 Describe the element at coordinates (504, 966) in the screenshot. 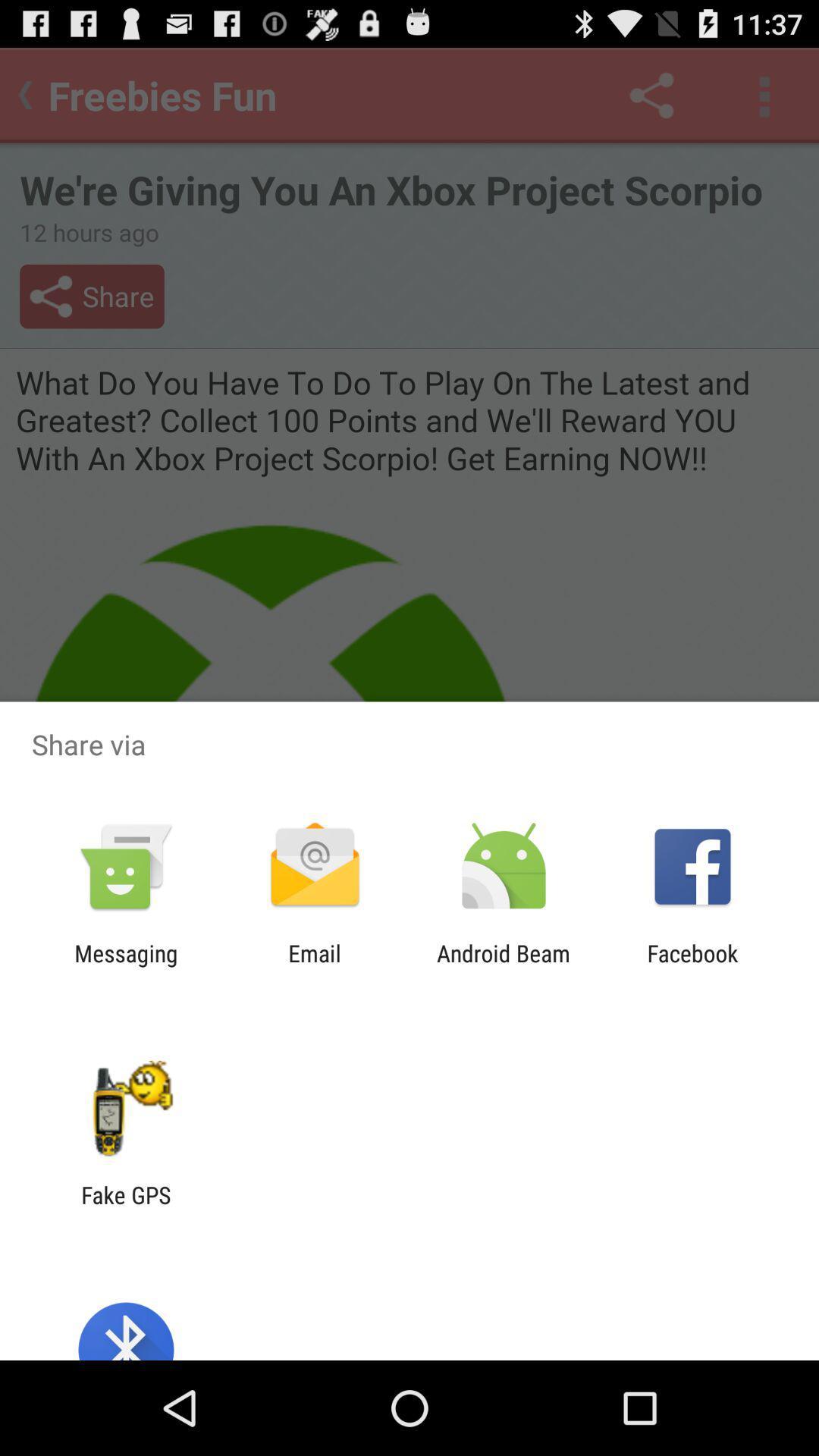

I see `android beam icon` at that location.